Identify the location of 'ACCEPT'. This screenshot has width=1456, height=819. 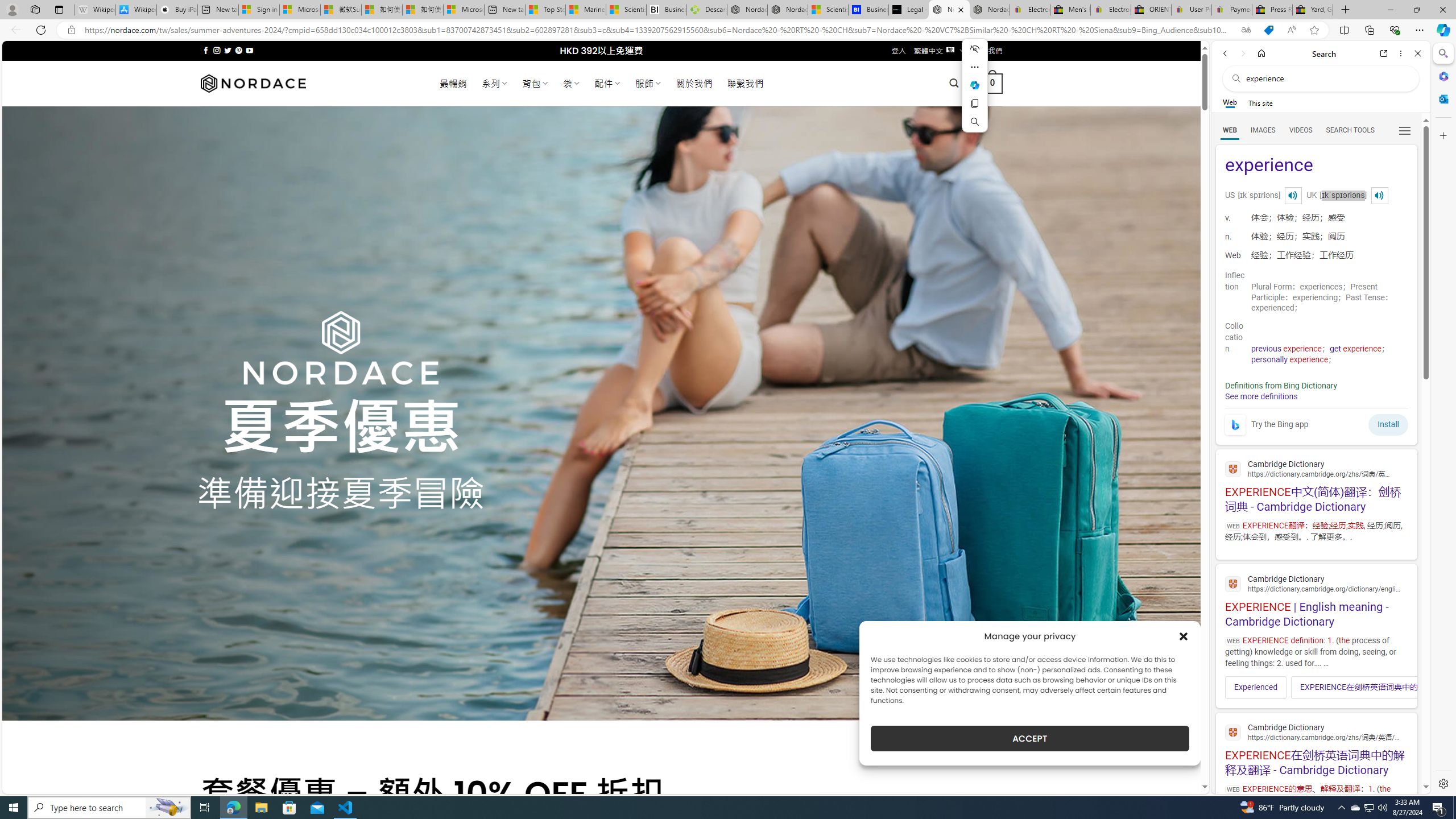
(1029, 738).